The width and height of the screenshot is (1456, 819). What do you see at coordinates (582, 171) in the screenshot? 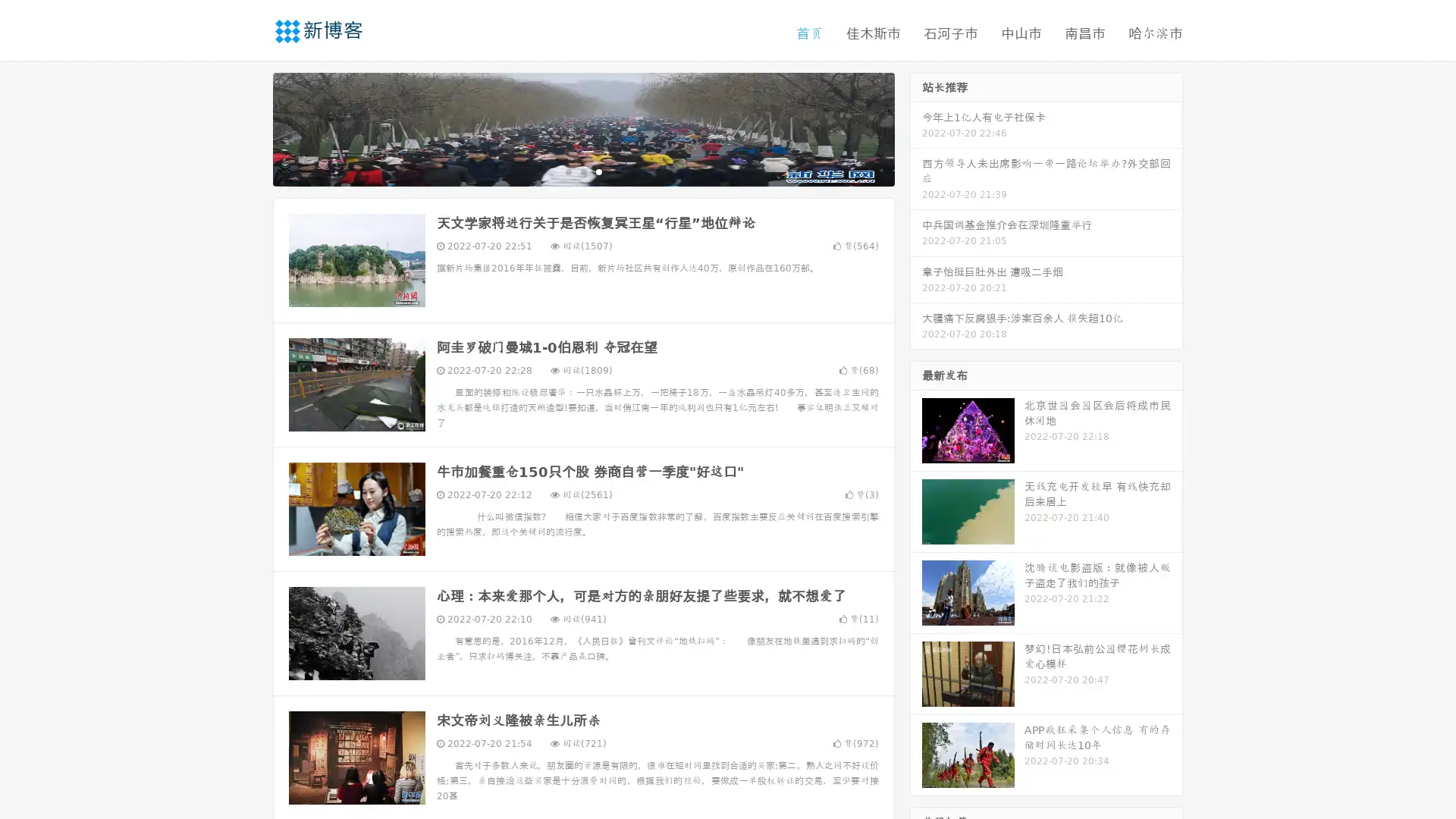
I see `Go to slide 2` at bounding box center [582, 171].